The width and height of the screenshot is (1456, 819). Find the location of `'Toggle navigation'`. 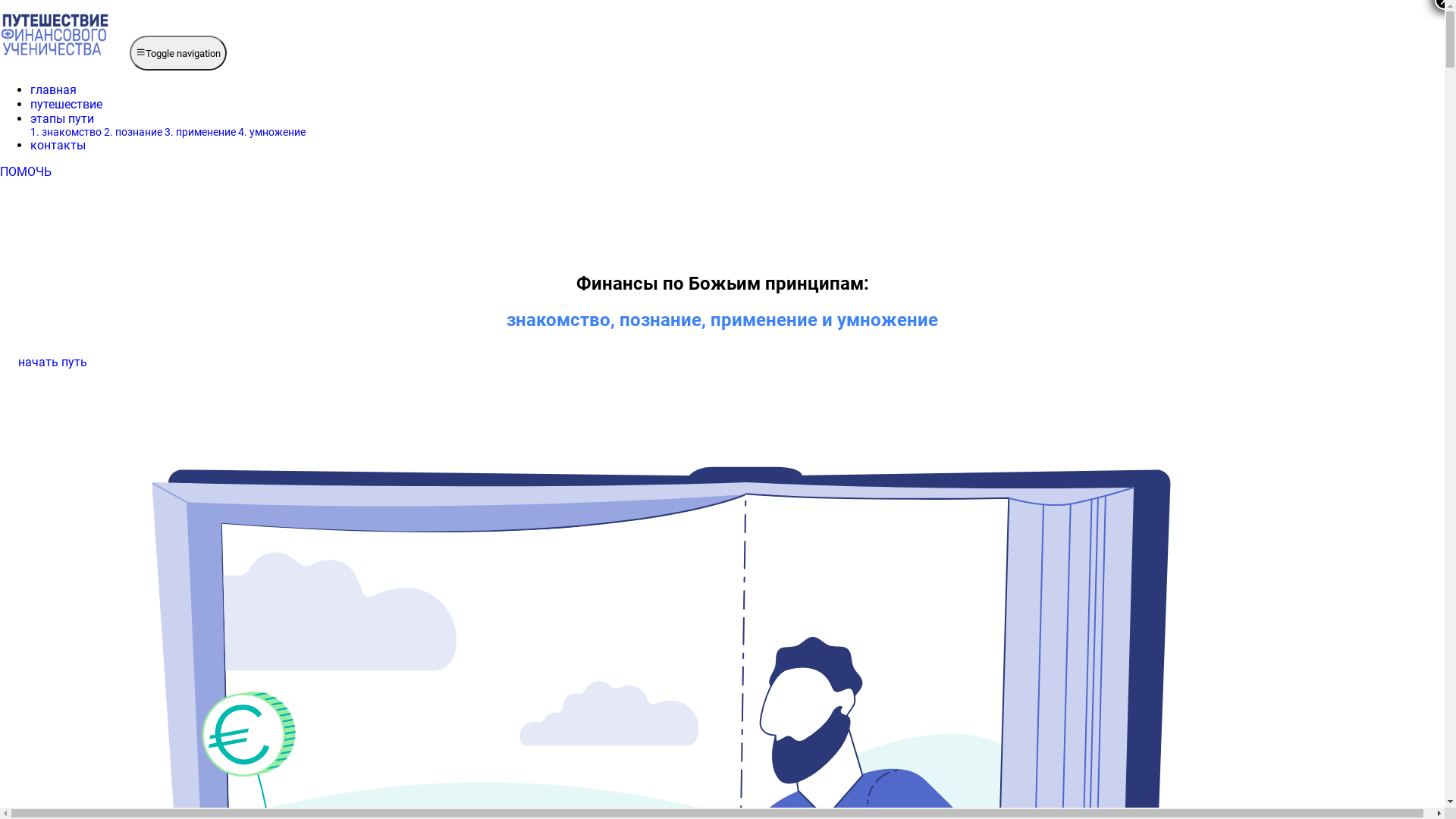

'Toggle navigation' is located at coordinates (178, 52).